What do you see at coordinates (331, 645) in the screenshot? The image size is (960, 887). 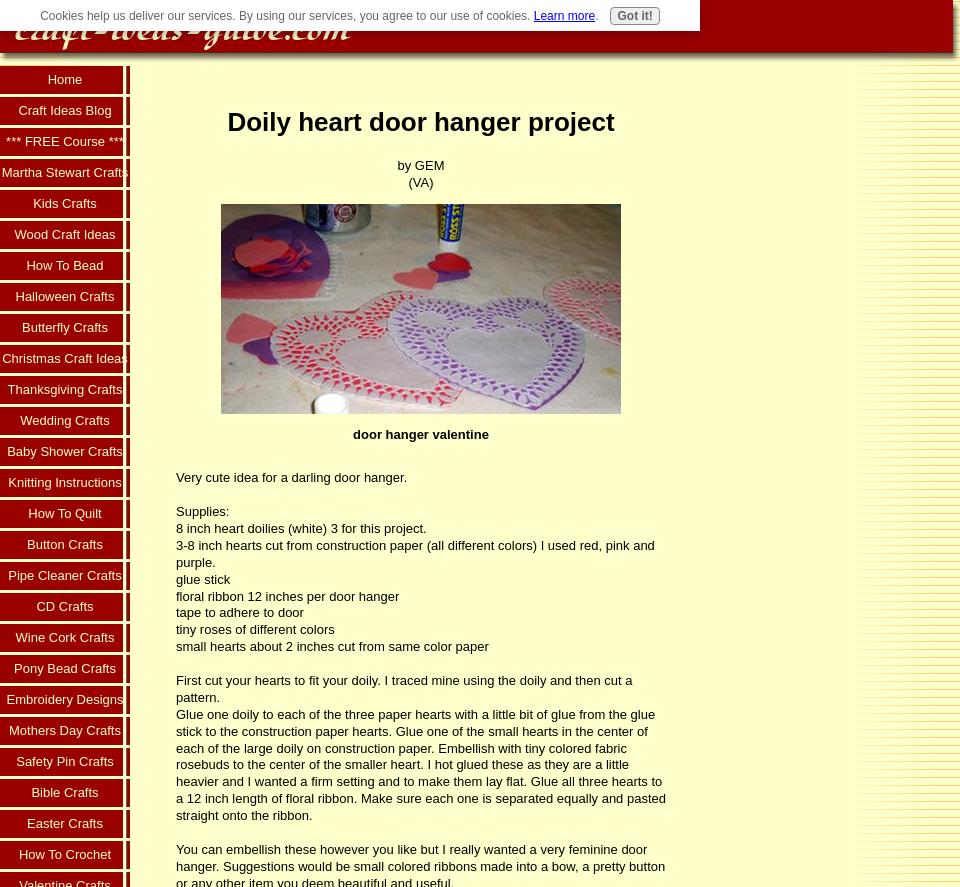 I see `'small hearts about 2 inches cut from same color paper'` at bounding box center [331, 645].